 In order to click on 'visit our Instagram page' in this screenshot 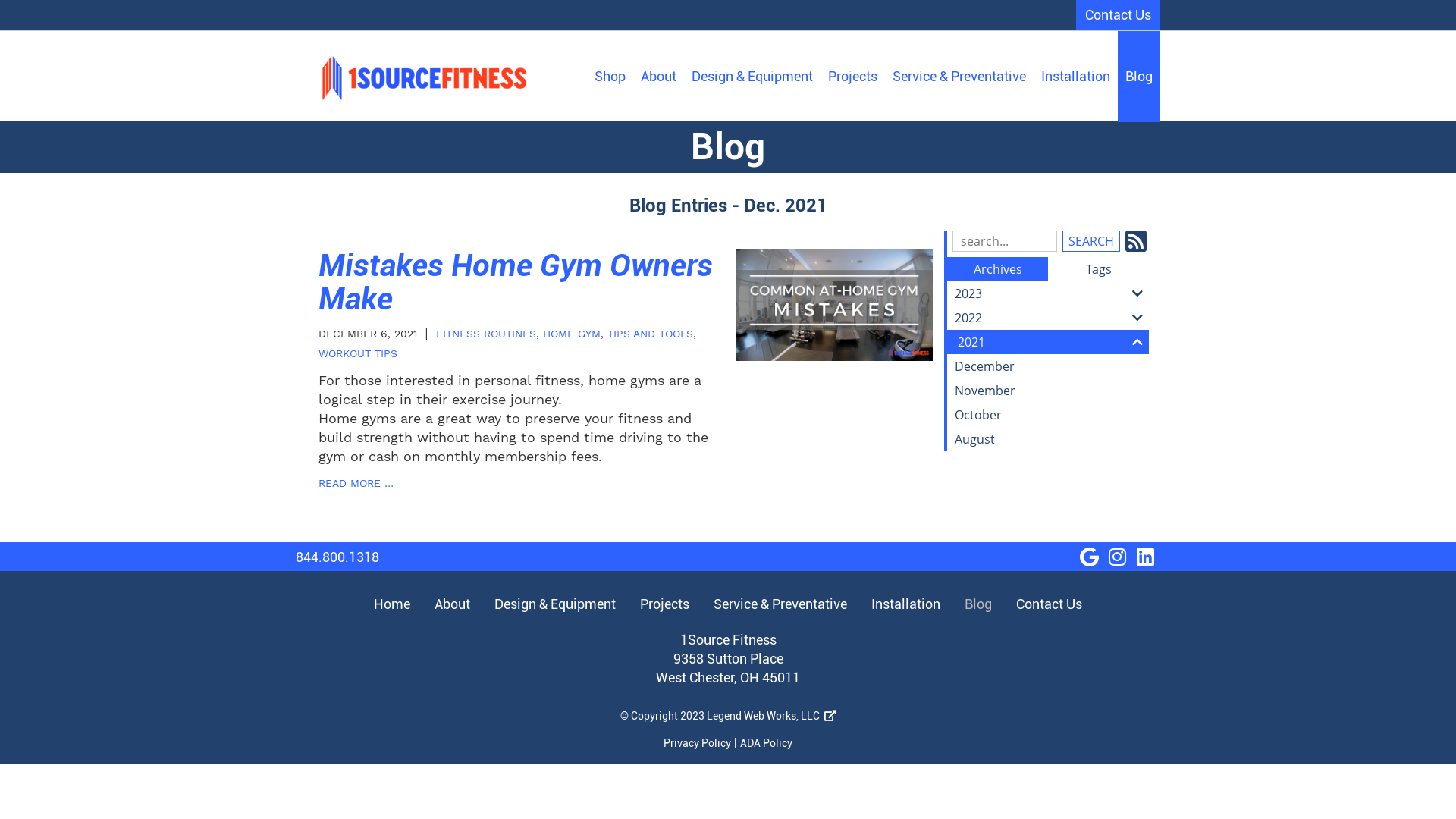, I will do `click(1117, 556)`.